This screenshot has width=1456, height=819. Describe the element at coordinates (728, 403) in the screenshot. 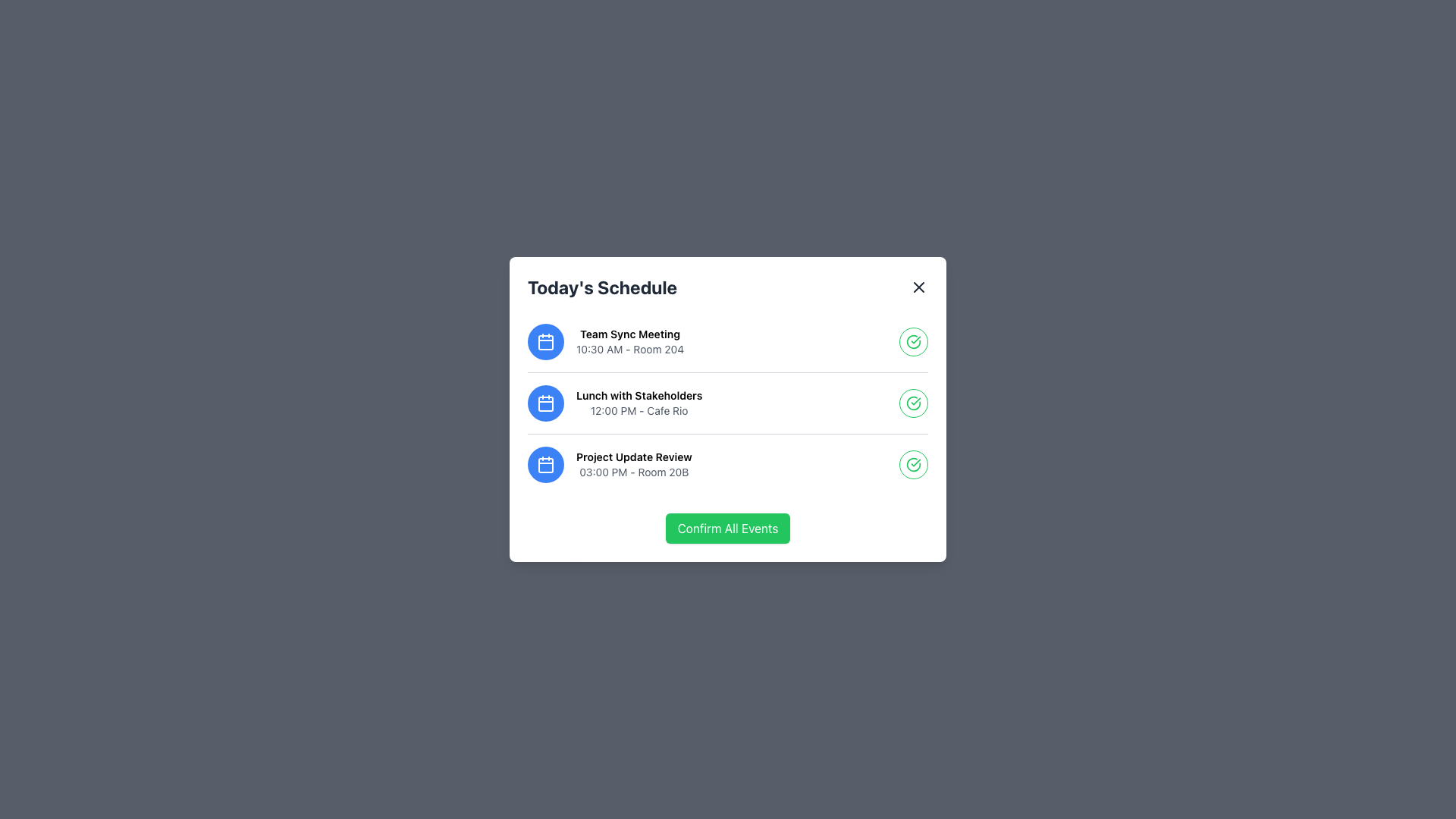

I see `the interactive button associated with the 'Lunch with Stakeholders' event in the scheduled events list under 'Today's Schedule'` at that location.